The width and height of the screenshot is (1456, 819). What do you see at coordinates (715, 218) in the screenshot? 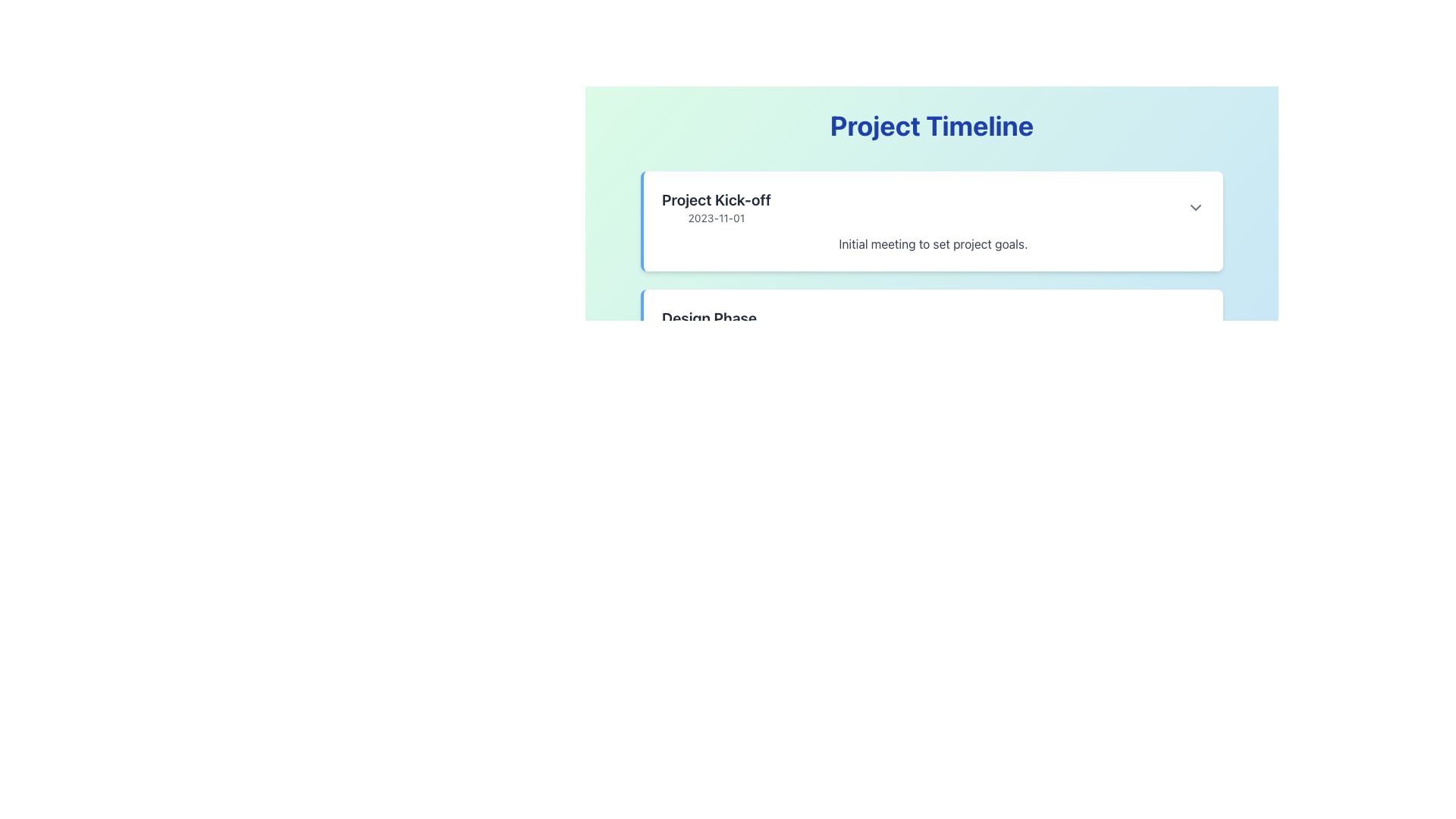
I see `the static text displaying the date '2023-11-01', which is styled in gray and located directly beneath the title 'Project Kick-off'` at bounding box center [715, 218].